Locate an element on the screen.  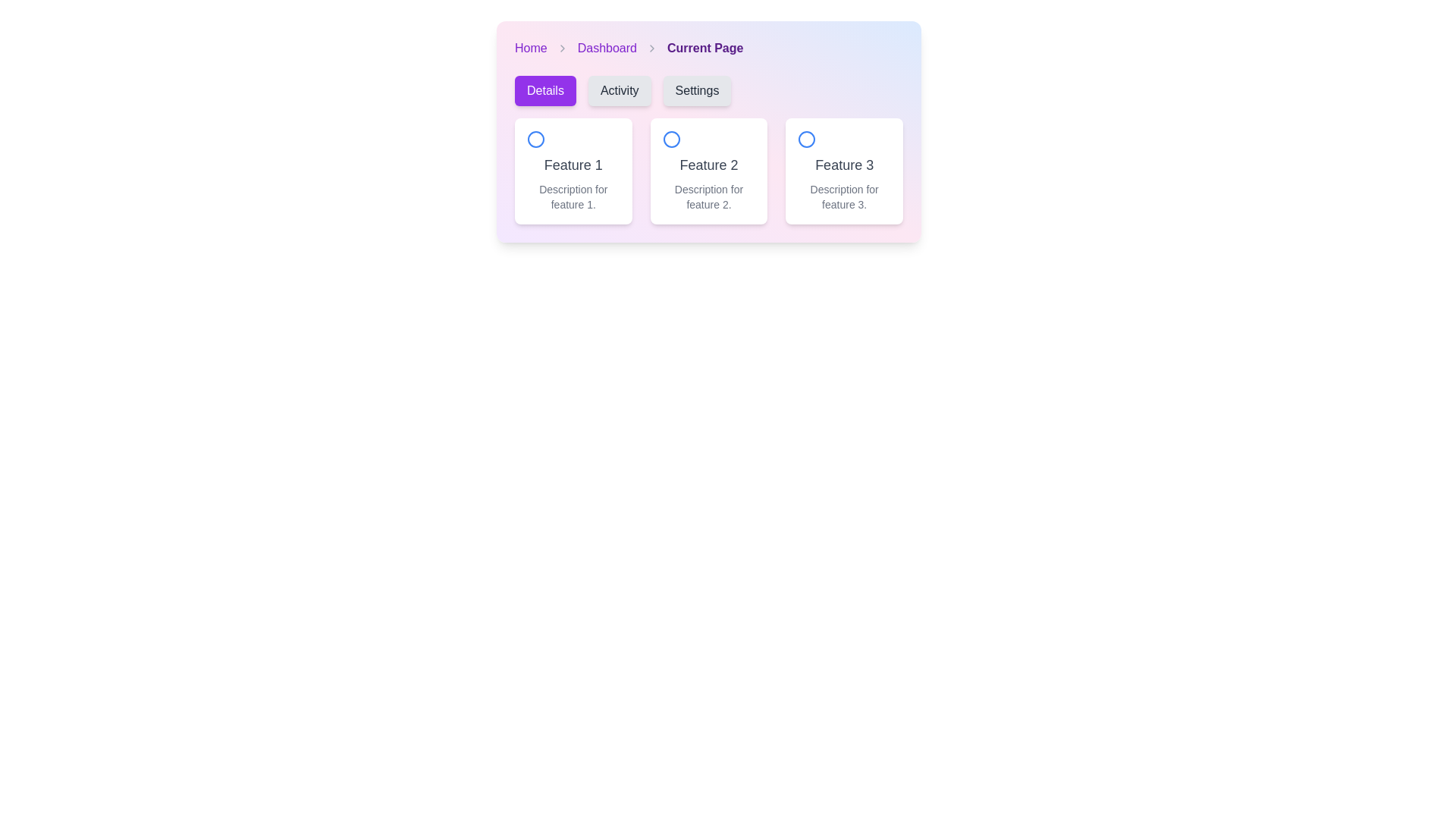
text of the label located in the upper-middle section of the card, which serves as a title to identify the content of the card is located at coordinates (573, 165).